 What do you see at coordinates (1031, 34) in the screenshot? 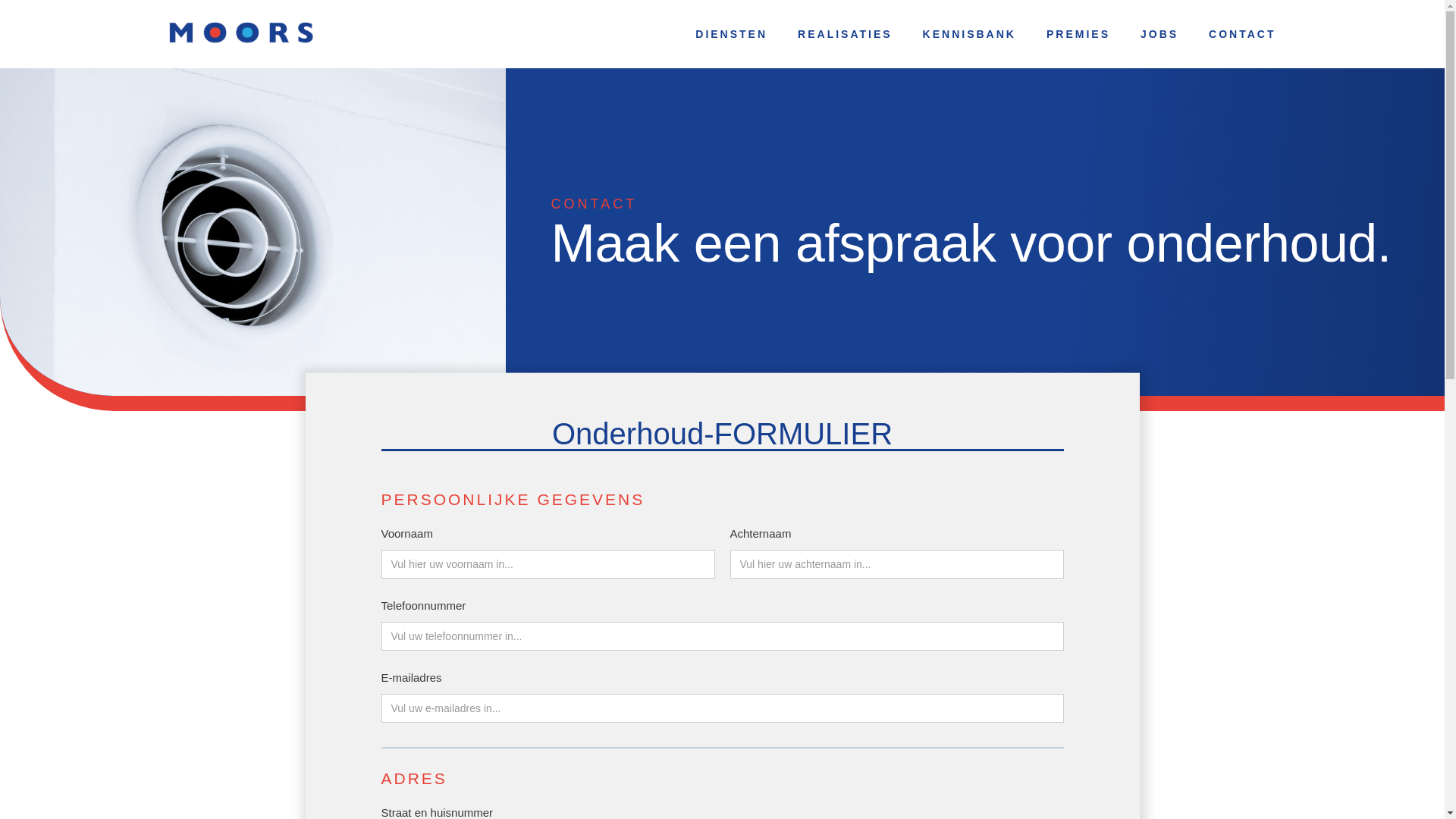
I see `'PREMIES'` at bounding box center [1031, 34].